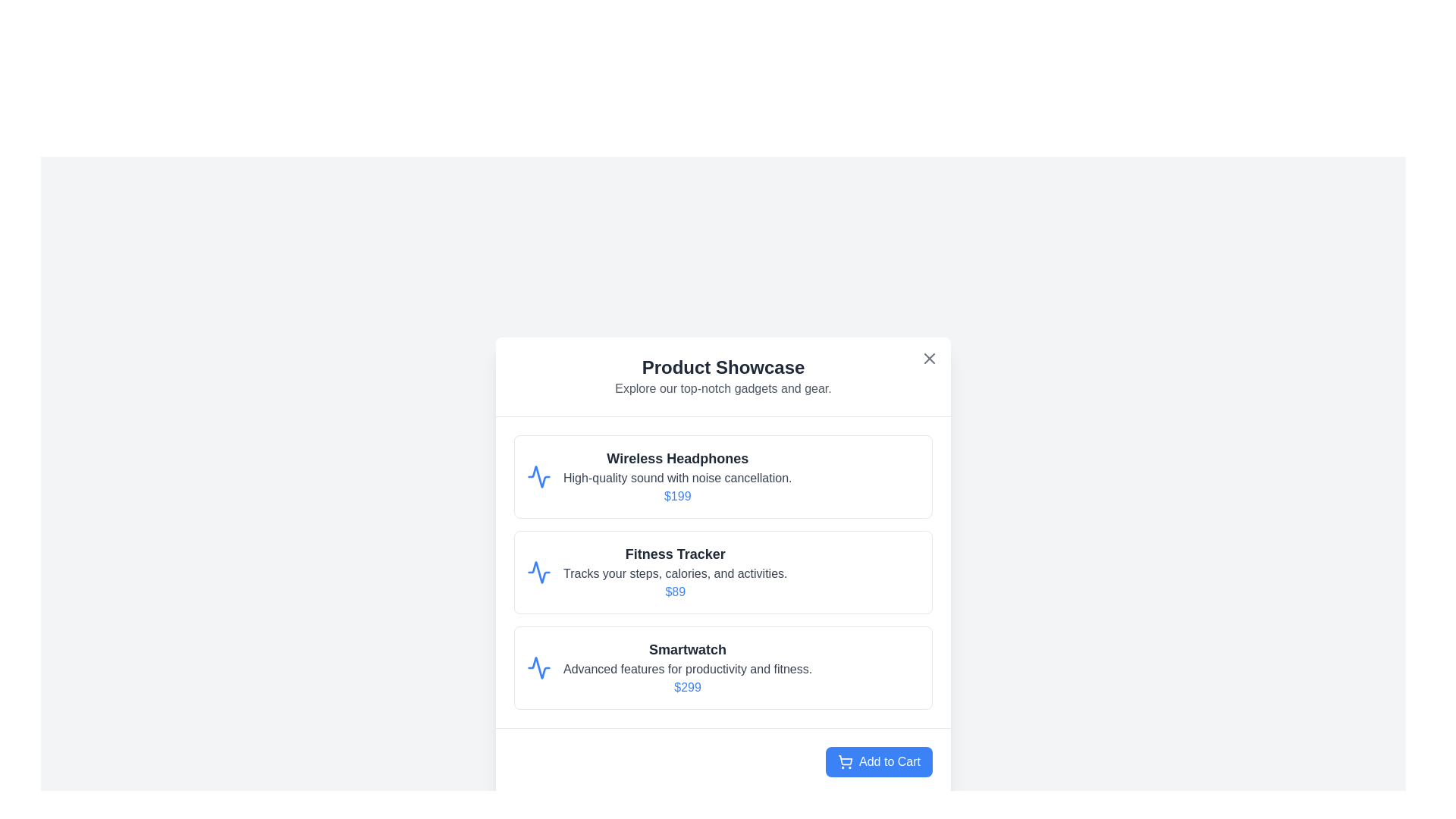 Image resolution: width=1456 pixels, height=819 pixels. I want to click on the Header section of the modal, which serves as the title and descriptive summary for the content displayed below, so click(723, 376).